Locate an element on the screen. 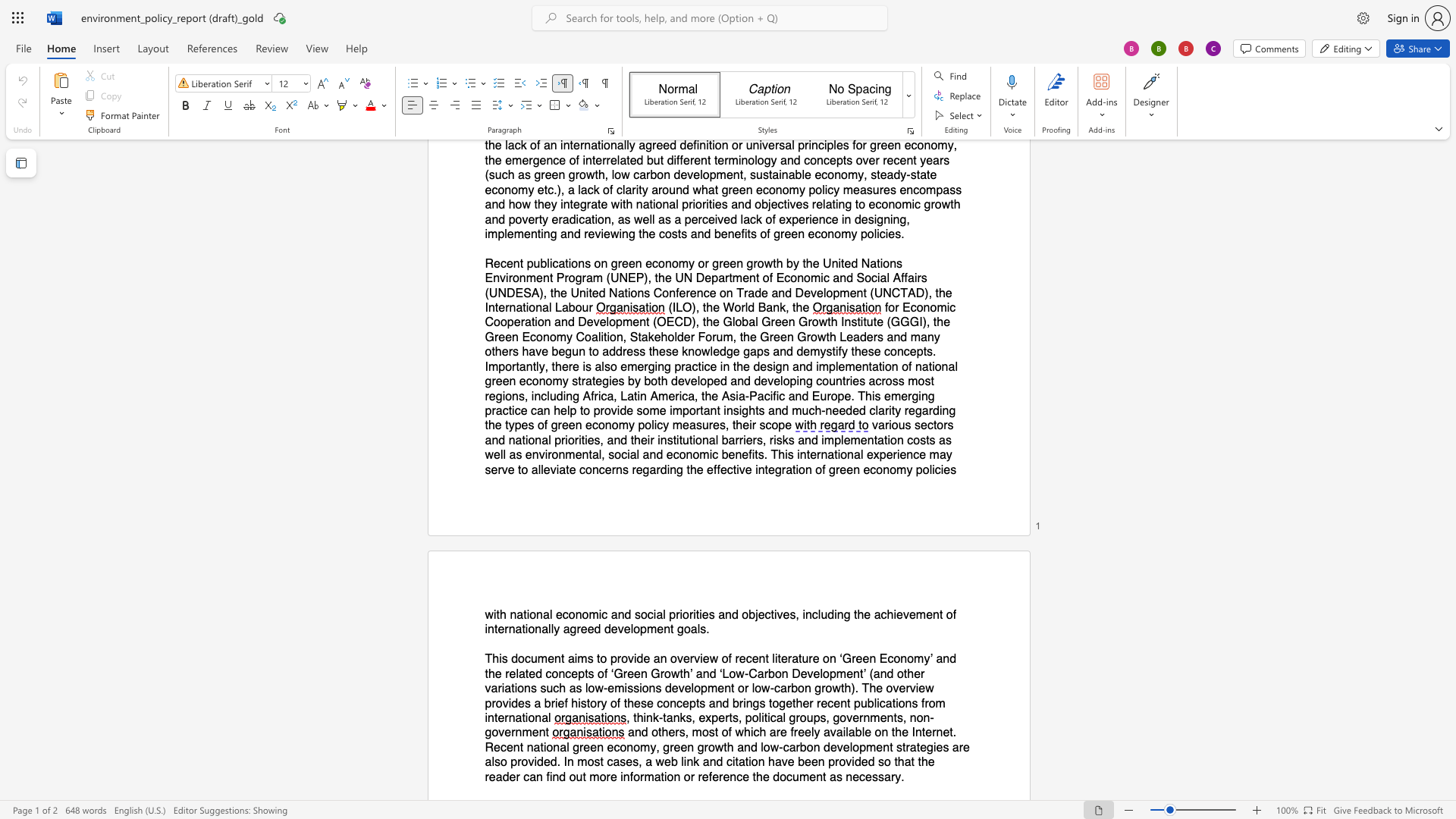  the 5th character "a" in the text is located at coordinates (693, 629).